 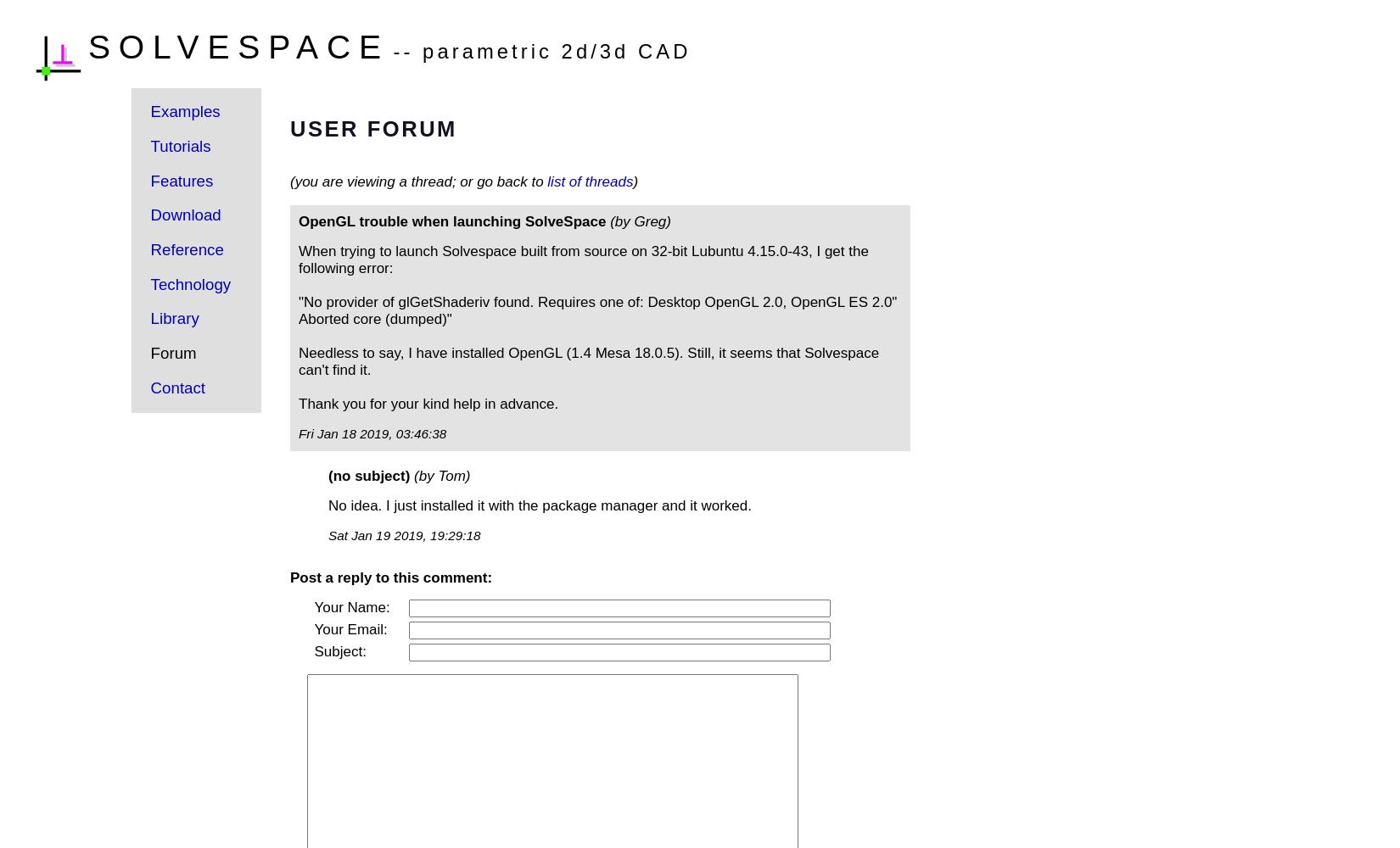 I want to click on '(no subject)', so click(x=328, y=475).